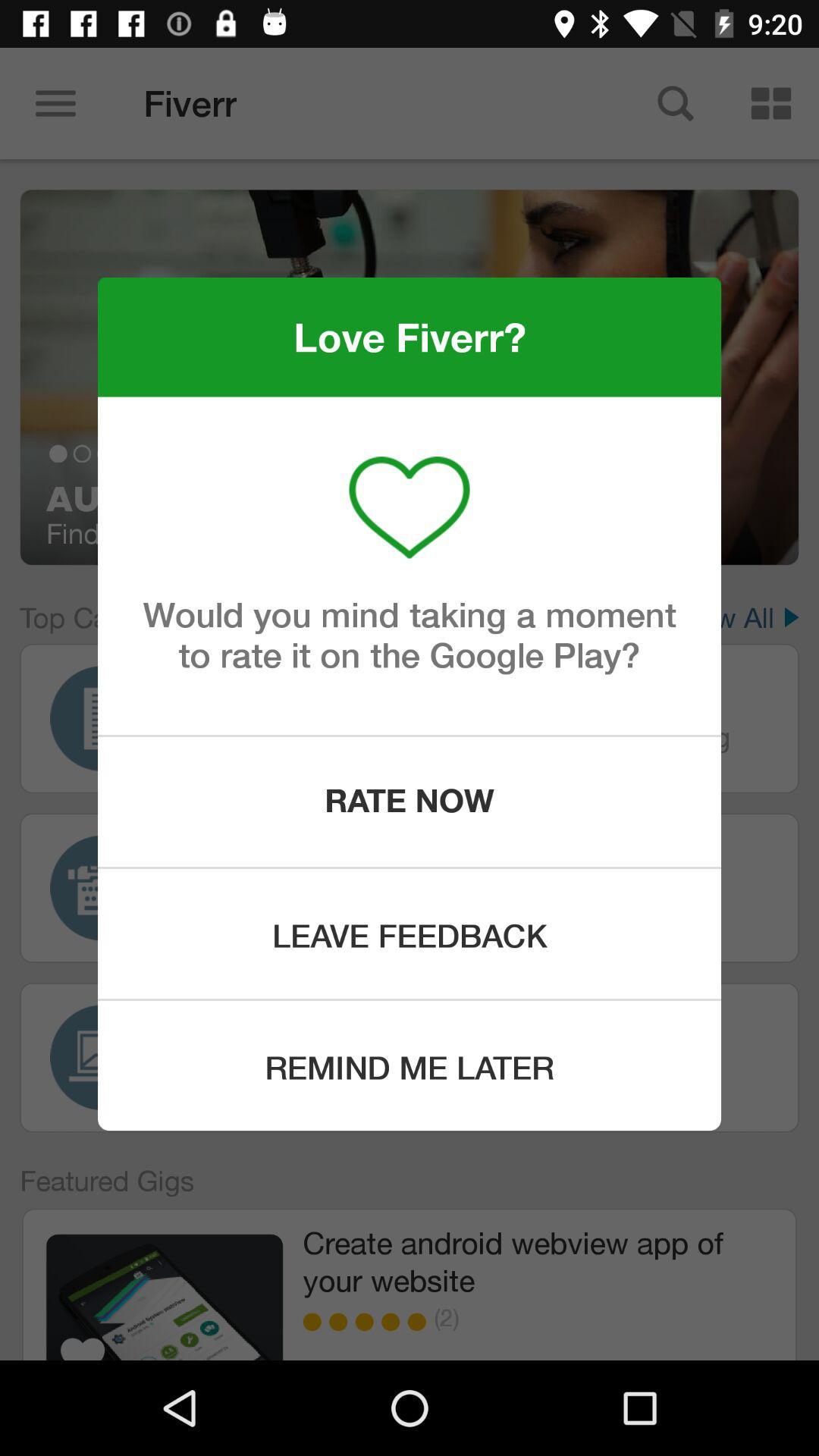 The width and height of the screenshot is (819, 1456). What do you see at coordinates (409, 801) in the screenshot?
I see `the rate now icon` at bounding box center [409, 801].